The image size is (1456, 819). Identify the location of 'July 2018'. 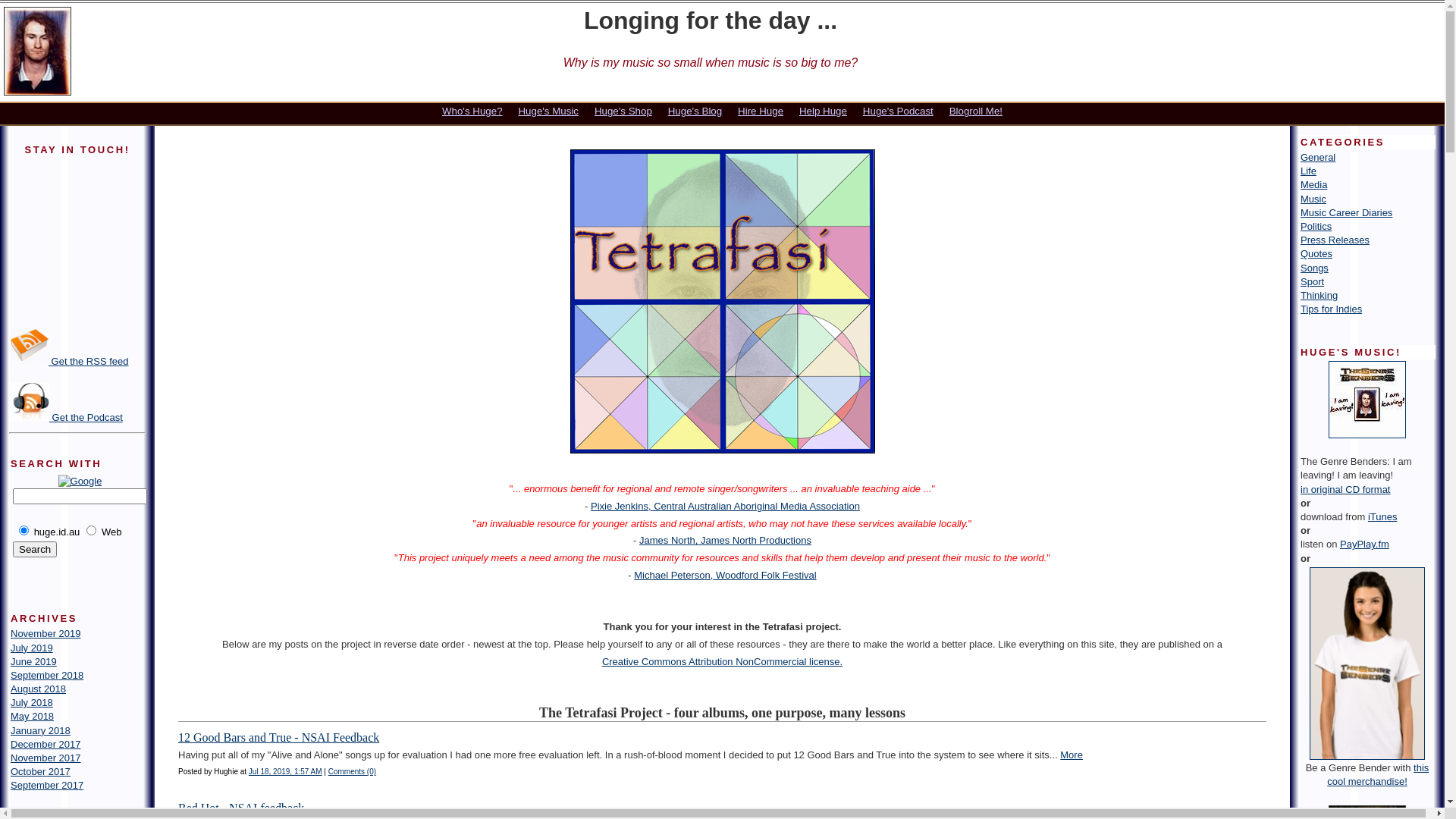
(32, 702).